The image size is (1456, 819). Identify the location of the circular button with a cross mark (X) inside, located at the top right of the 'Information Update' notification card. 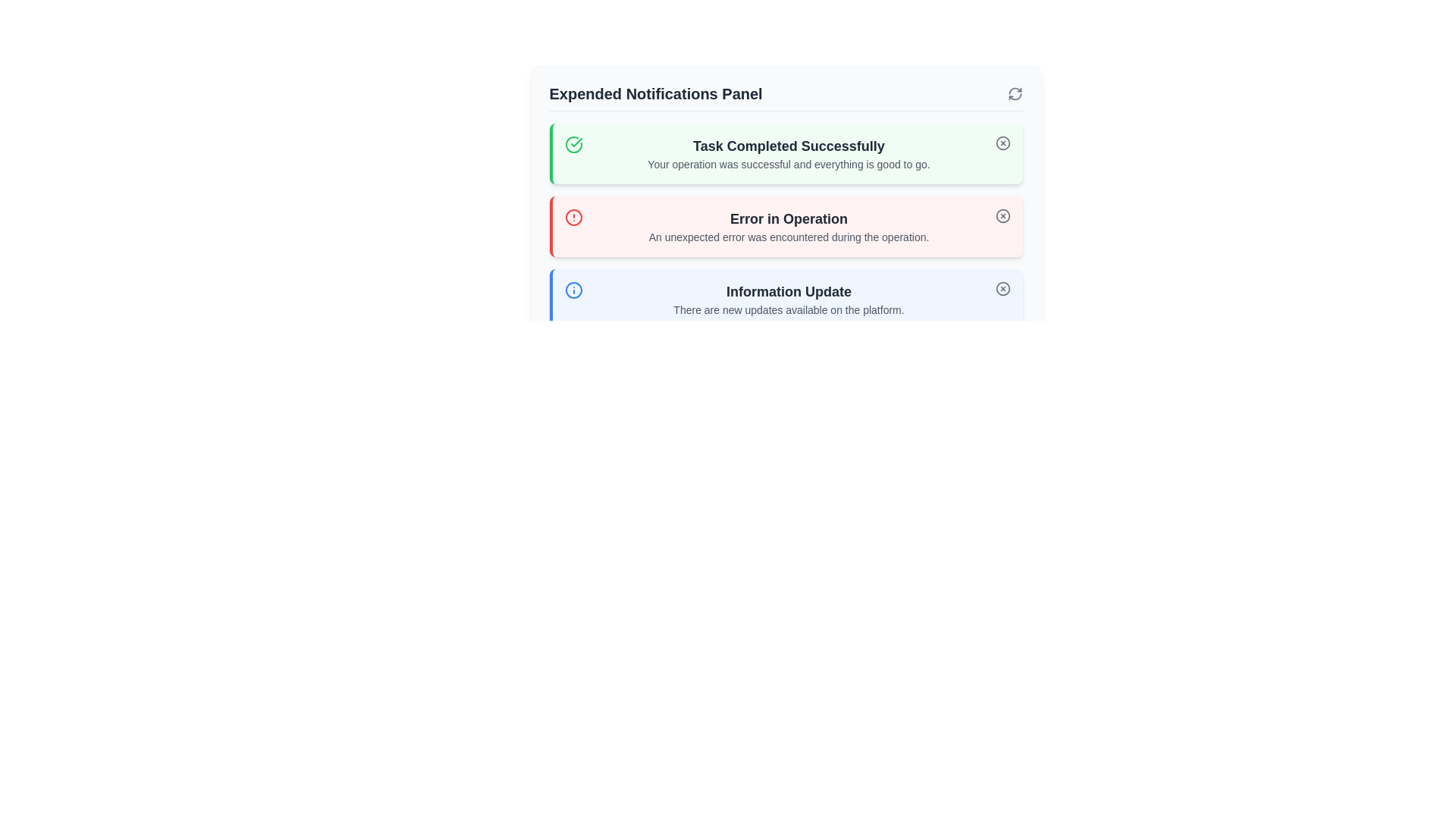
(1003, 289).